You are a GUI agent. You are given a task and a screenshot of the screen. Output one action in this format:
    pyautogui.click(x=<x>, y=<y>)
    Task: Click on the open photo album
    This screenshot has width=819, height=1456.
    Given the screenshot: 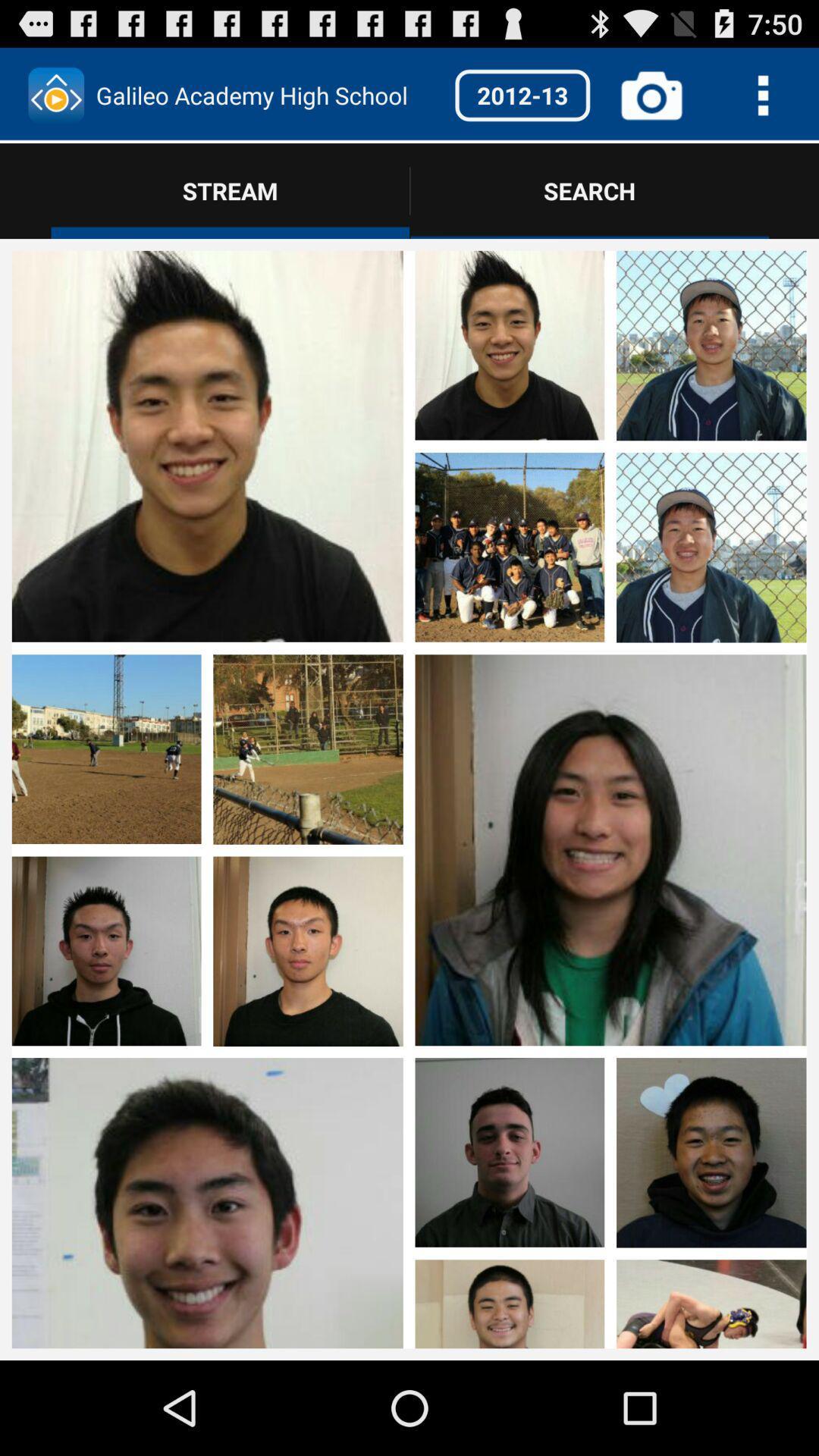 What is the action you would take?
    pyautogui.click(x=207, y=851)
    